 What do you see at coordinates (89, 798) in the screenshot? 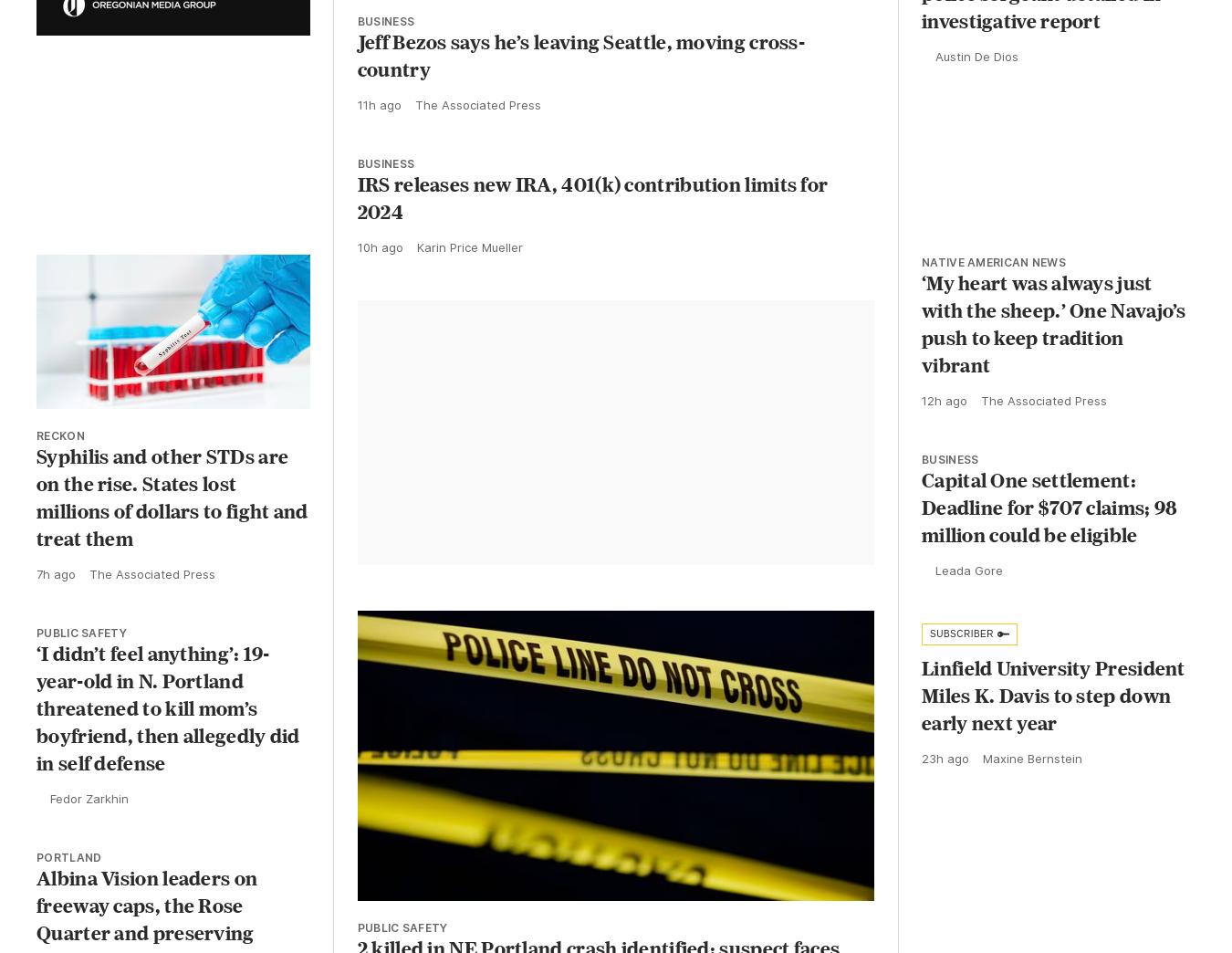
I see `'Fedor Zarkhin'` at bounding box center [89, 798].